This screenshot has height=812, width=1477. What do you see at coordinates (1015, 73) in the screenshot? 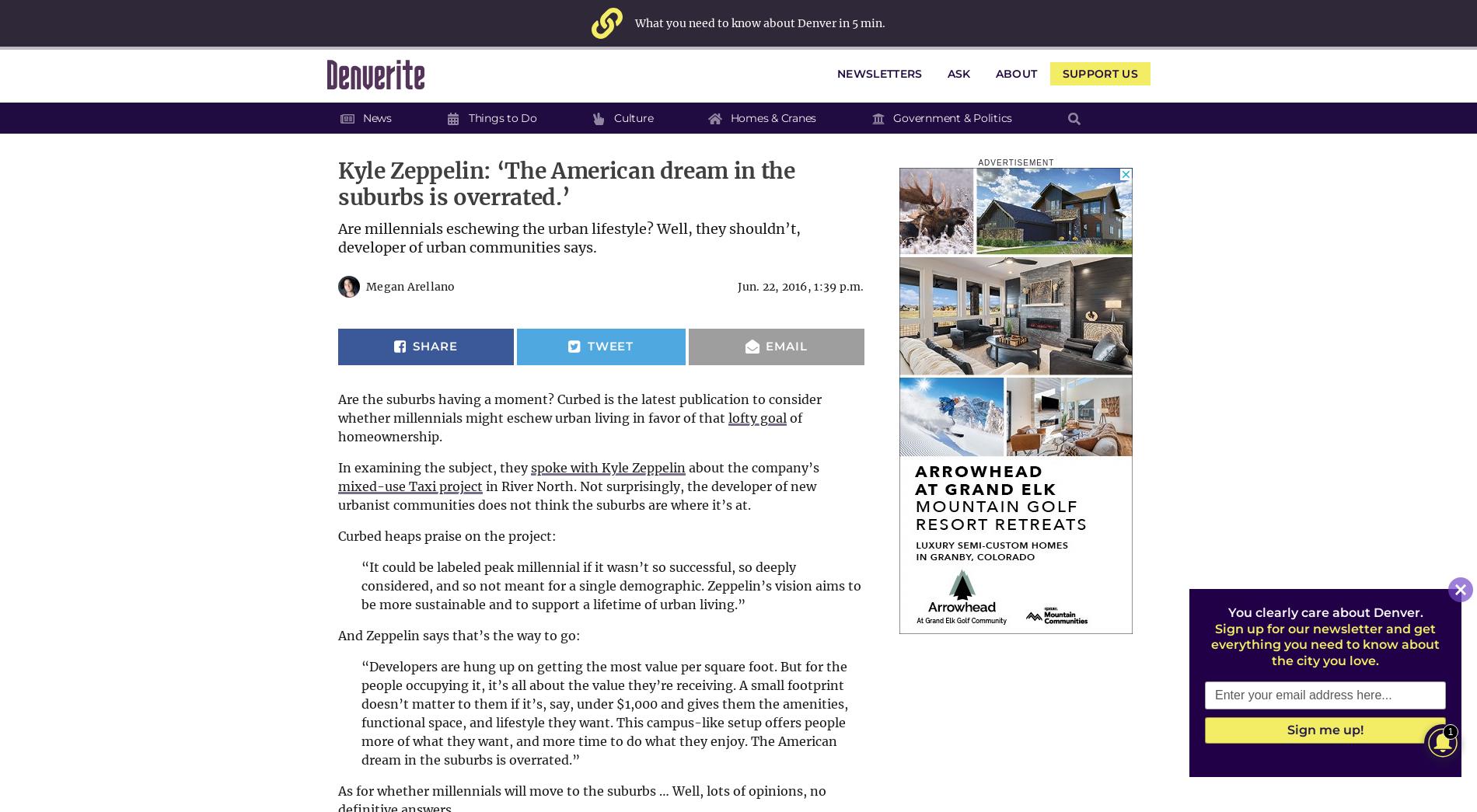
I see `'About'` at bounding box center [1015, 73].